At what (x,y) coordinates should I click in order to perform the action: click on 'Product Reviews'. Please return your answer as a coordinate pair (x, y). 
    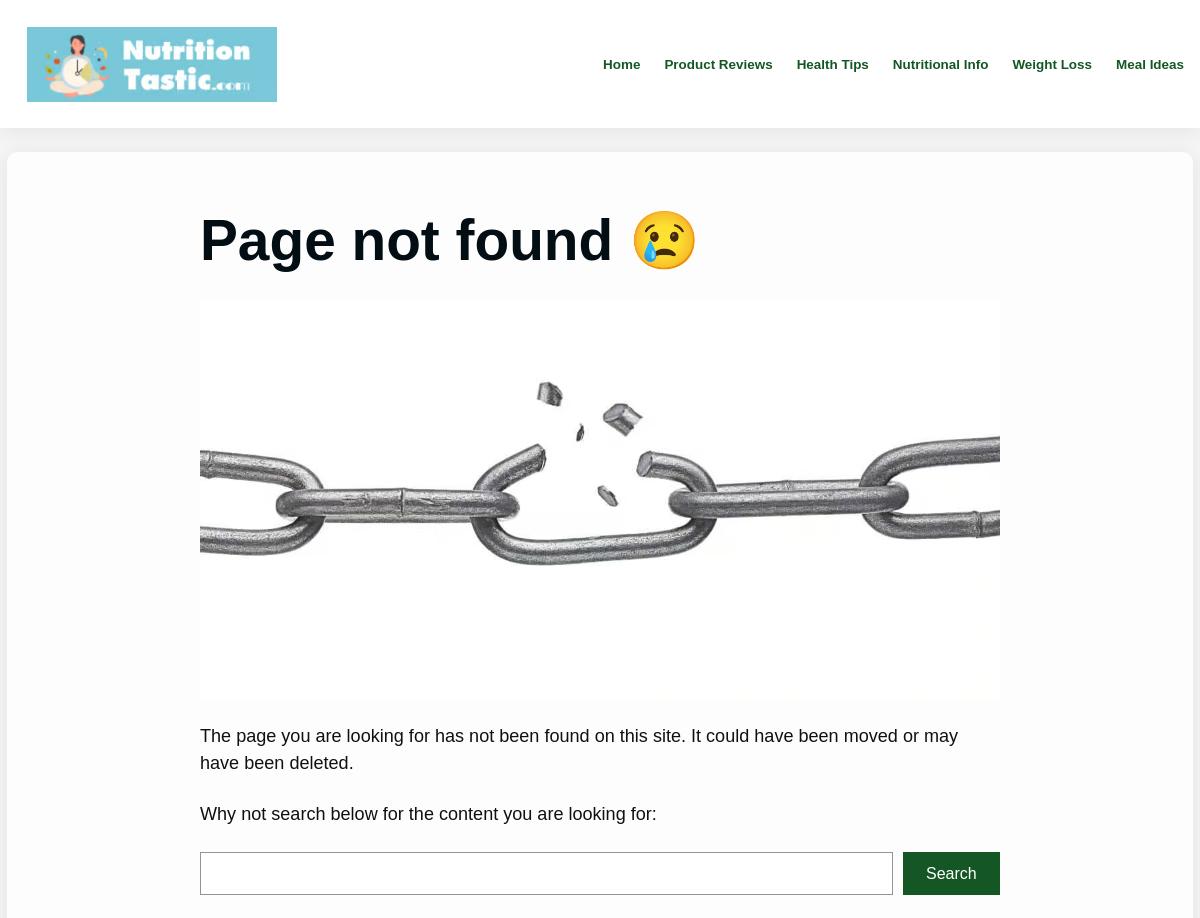
    Looking at the image, I should click on (717, 63).